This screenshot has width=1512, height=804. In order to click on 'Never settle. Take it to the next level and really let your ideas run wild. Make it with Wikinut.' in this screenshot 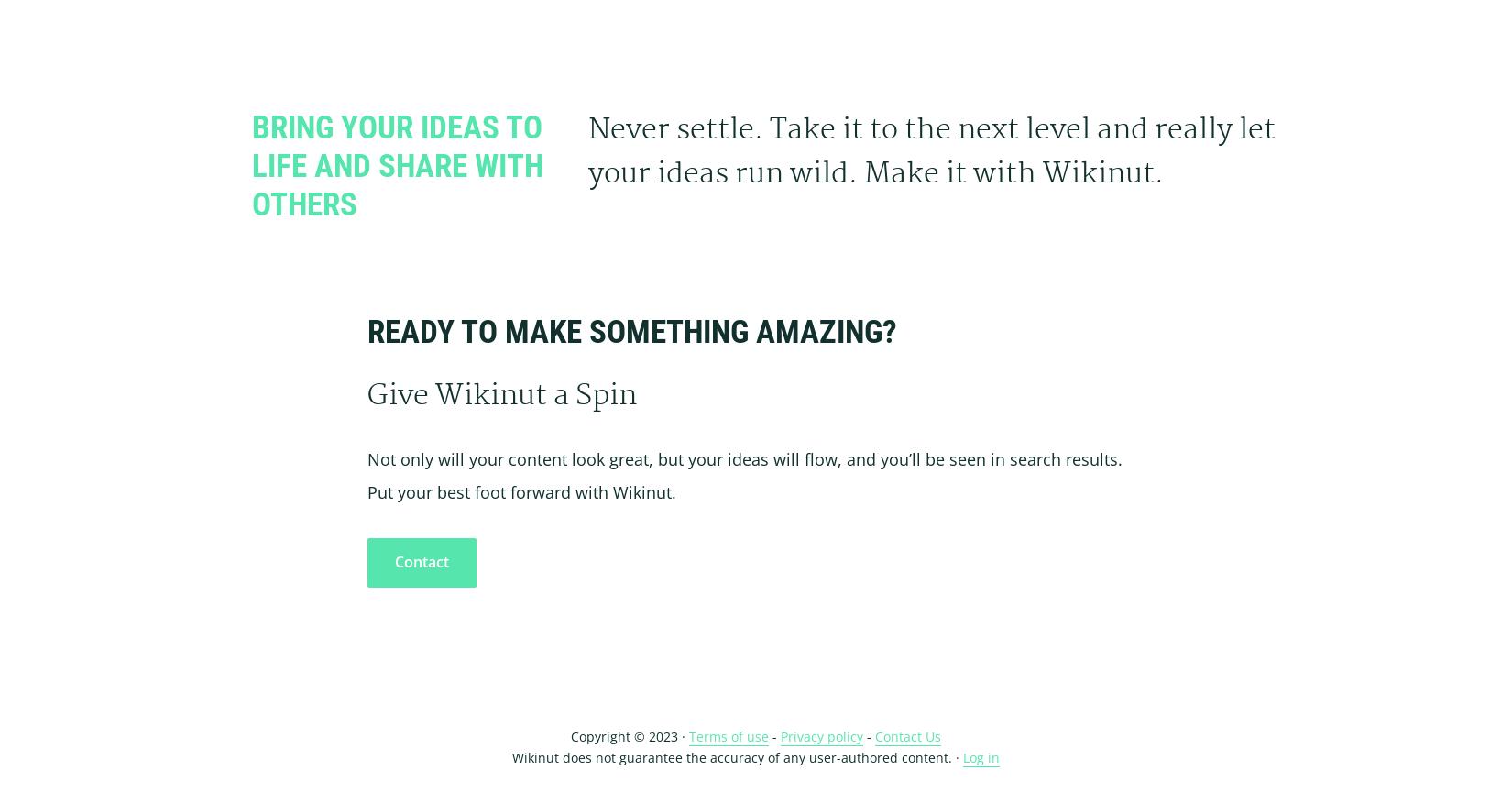, I will do `click(931, 152)`.